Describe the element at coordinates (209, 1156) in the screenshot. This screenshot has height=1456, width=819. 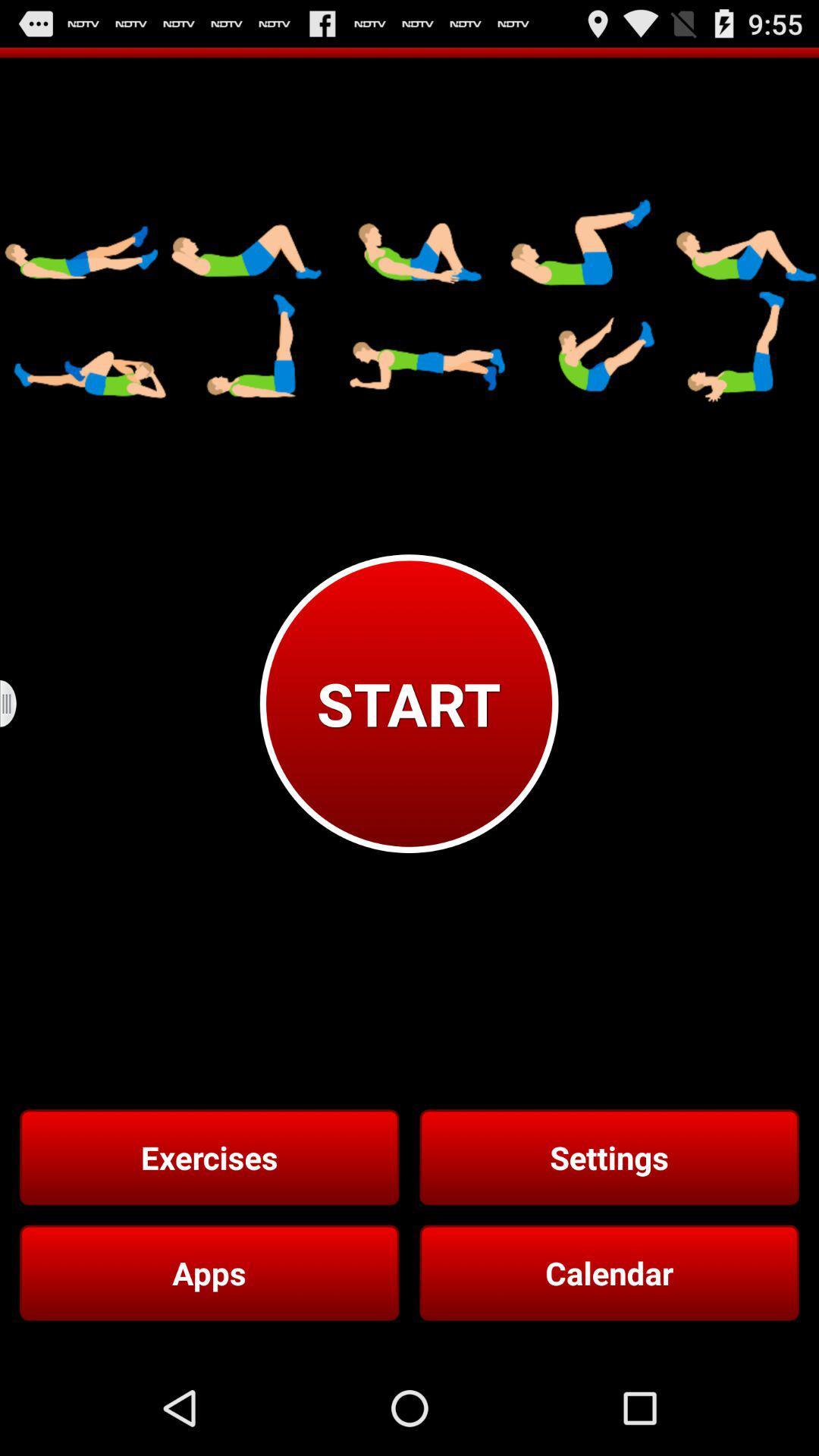
I see `item to the left of the settings button` at that location.